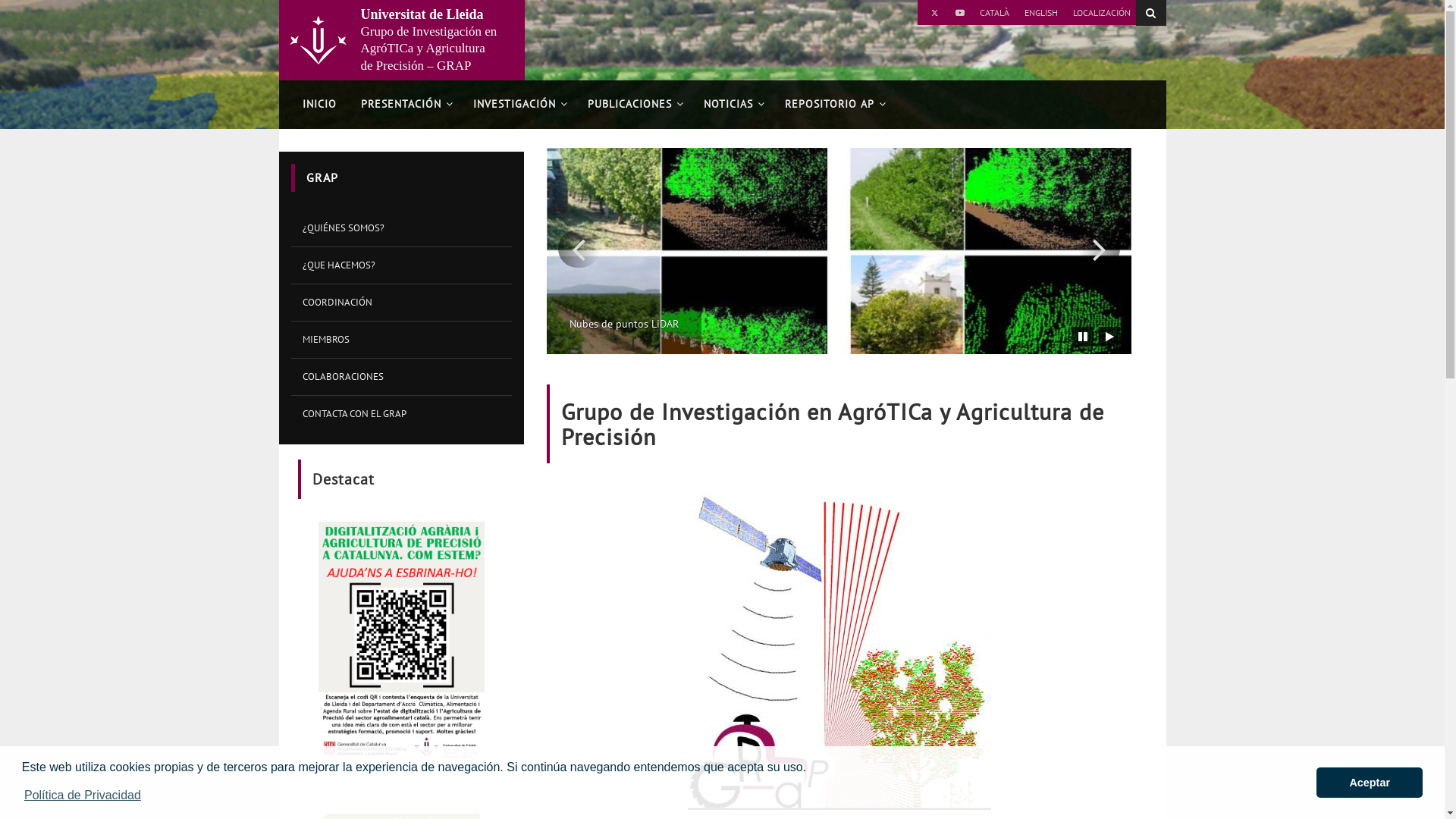 The height and width of the screenshot is (819, 1456). What do you see at coordinates (832, 104) in the screenshot?
I see `'REPOSITORIO AP` at bounding box center [832, 104].